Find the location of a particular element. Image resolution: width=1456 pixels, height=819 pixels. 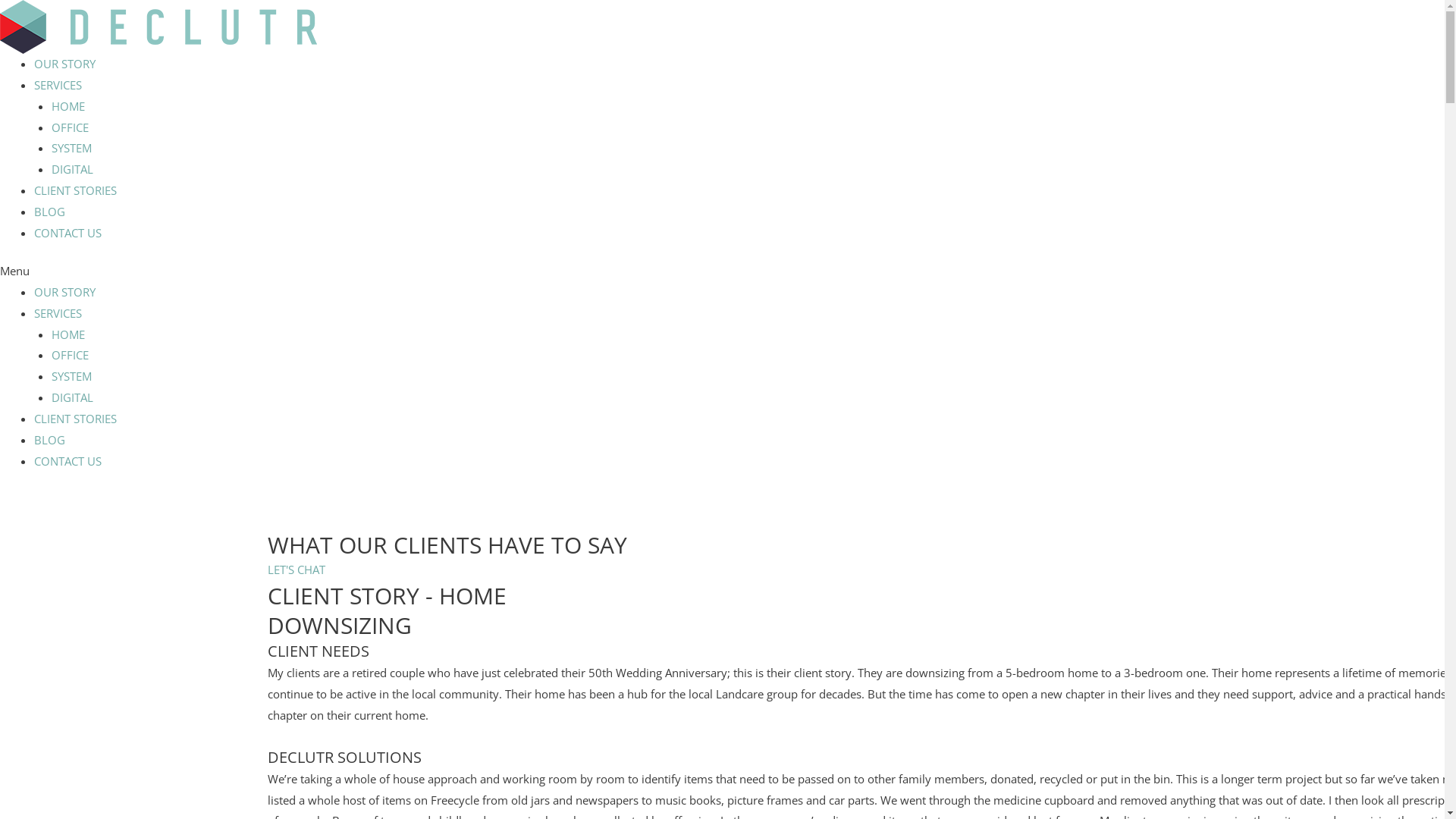

'OUR STORY' is located at coordinates (64, 63).